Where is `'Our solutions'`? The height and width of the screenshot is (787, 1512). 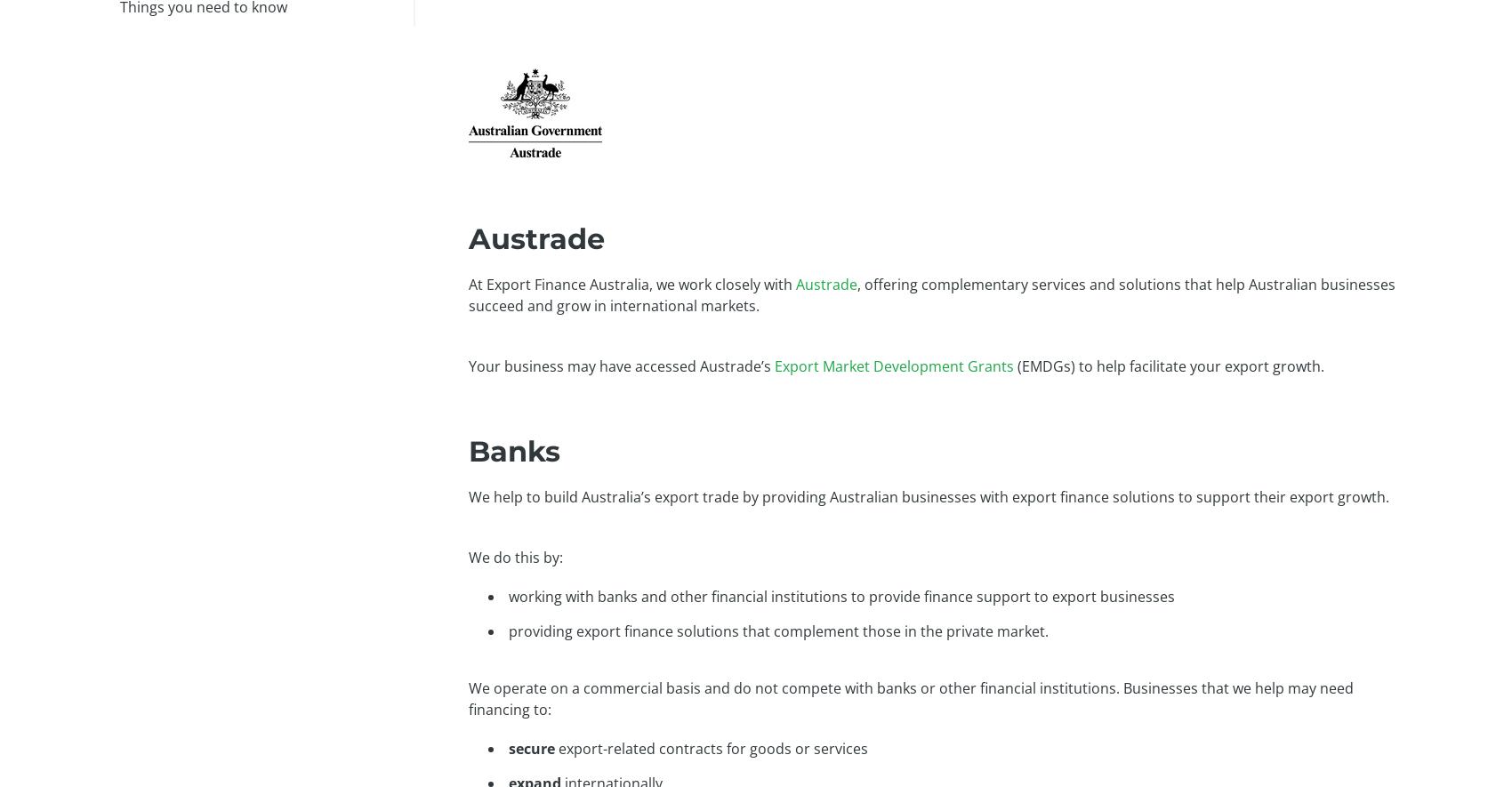
'Our solutions' is located at coordinates (668, 84).